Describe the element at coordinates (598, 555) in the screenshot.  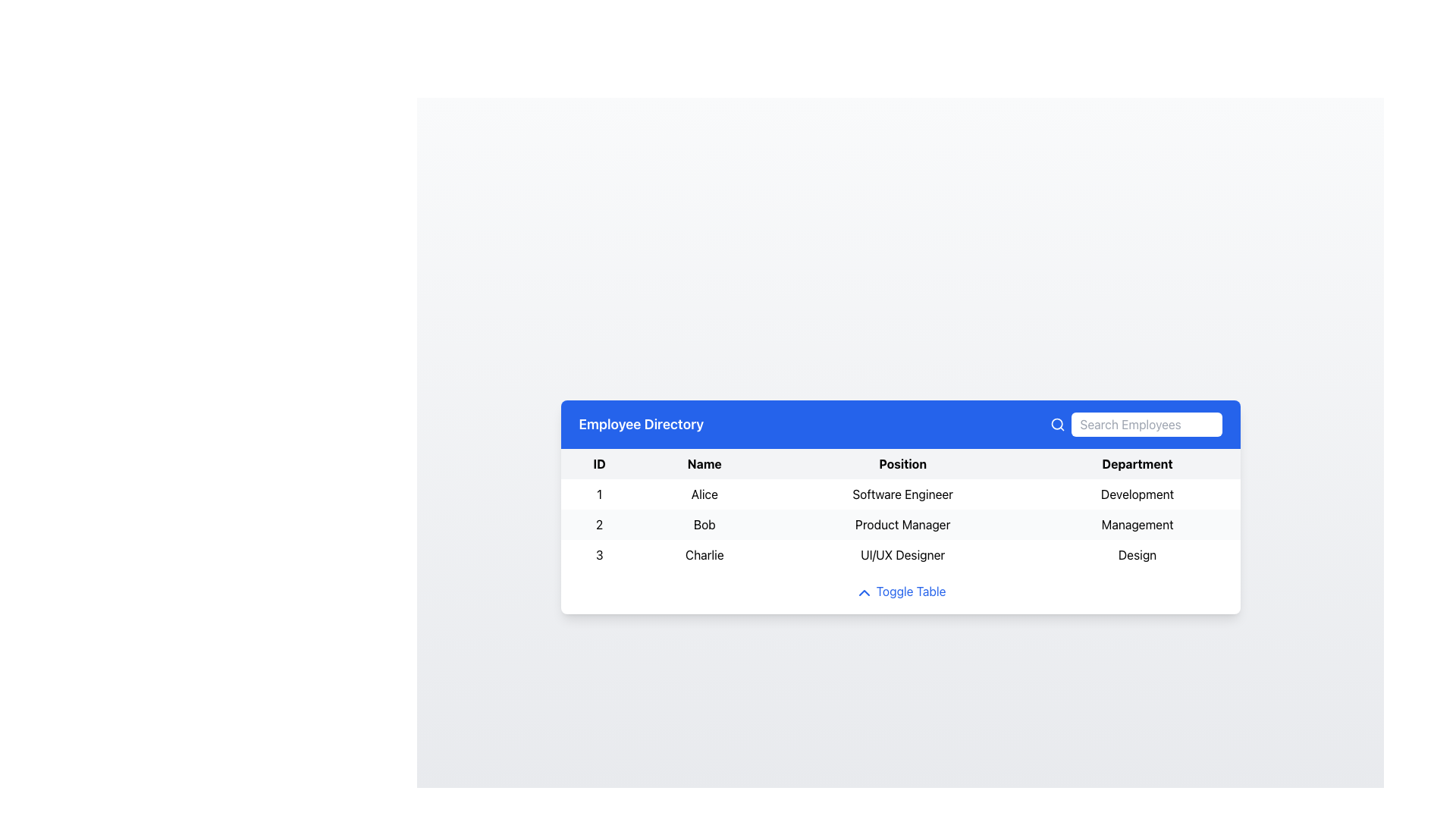
I see `the Text Label displaying the unique identifier (ID) of employee 'Charlie' in the Employee Directory table` at that location.